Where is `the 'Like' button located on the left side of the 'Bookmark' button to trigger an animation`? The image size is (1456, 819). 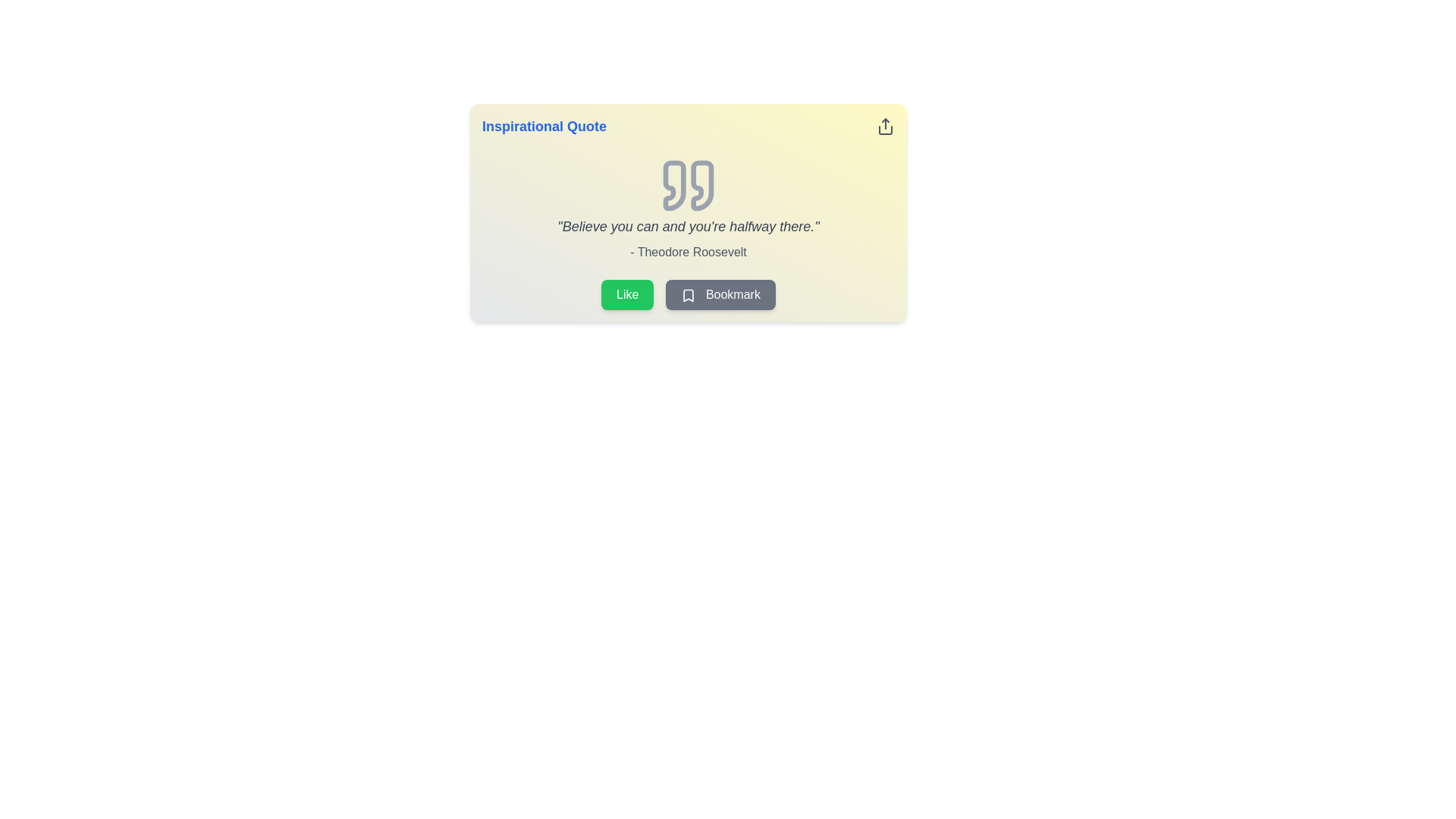 the 'Like' button located on the left side of the 'Bookmark' button to trigger an animation is located at coordinates (627, 295).